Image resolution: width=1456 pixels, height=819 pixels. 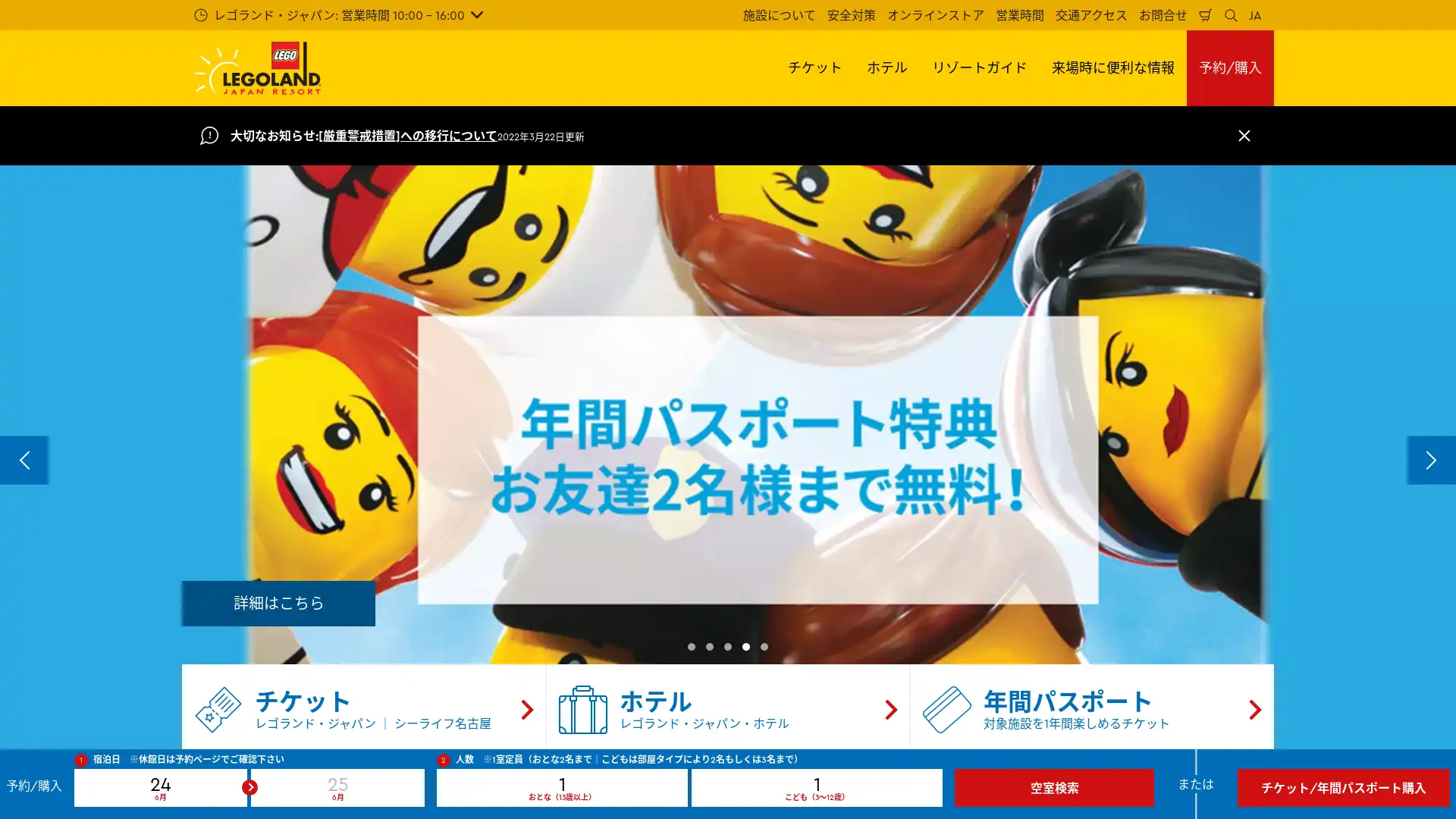 What do you see at coordinates (691, 646) in the screenshot?
I see `Go to slide 1` at bounding box center [691, 646].